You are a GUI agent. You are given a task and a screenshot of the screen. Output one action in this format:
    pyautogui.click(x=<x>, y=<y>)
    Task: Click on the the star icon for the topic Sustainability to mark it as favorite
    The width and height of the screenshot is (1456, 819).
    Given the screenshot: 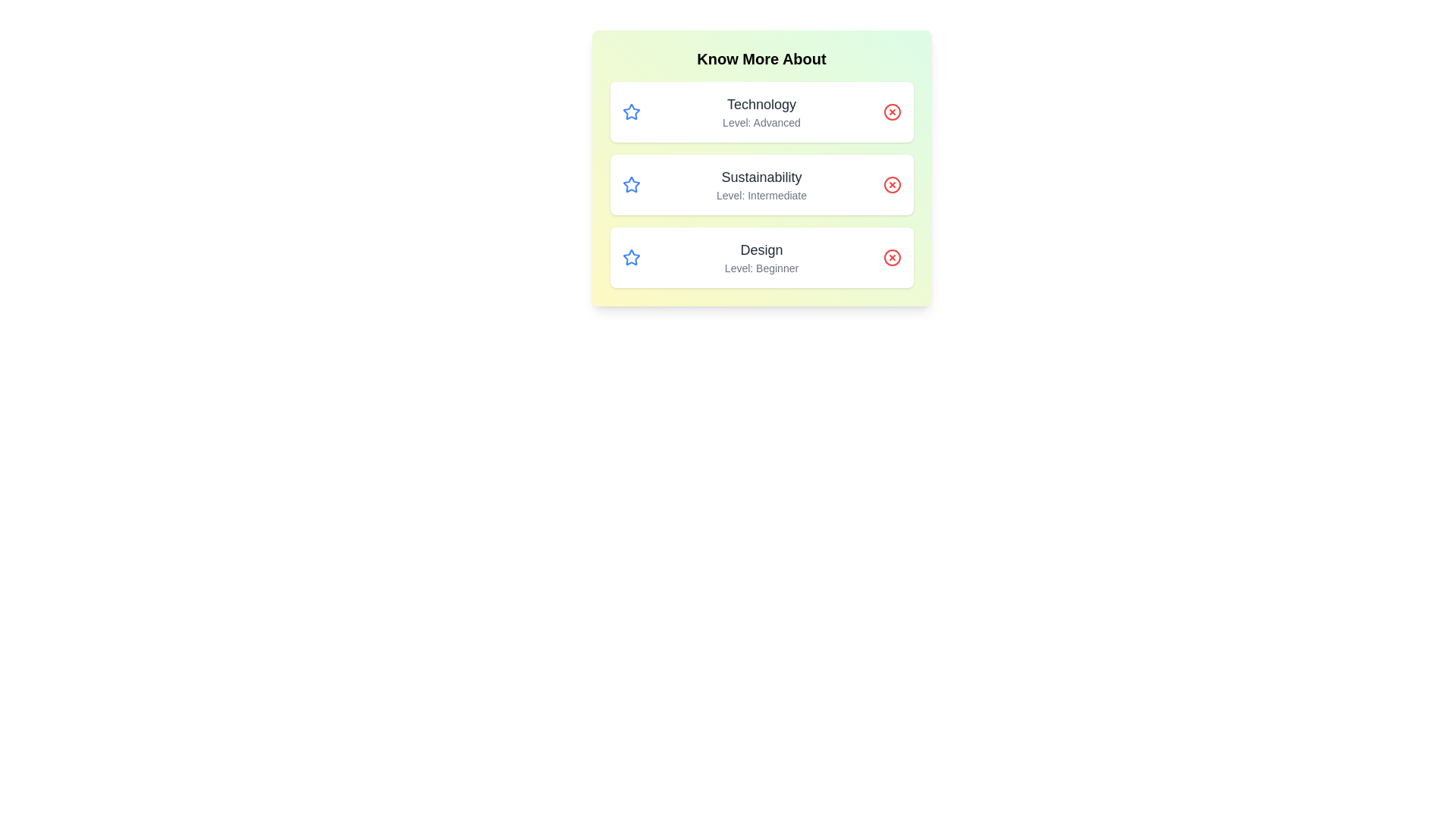 What is the action you would take?
    pyautogui.click(x=631, y=184)
    